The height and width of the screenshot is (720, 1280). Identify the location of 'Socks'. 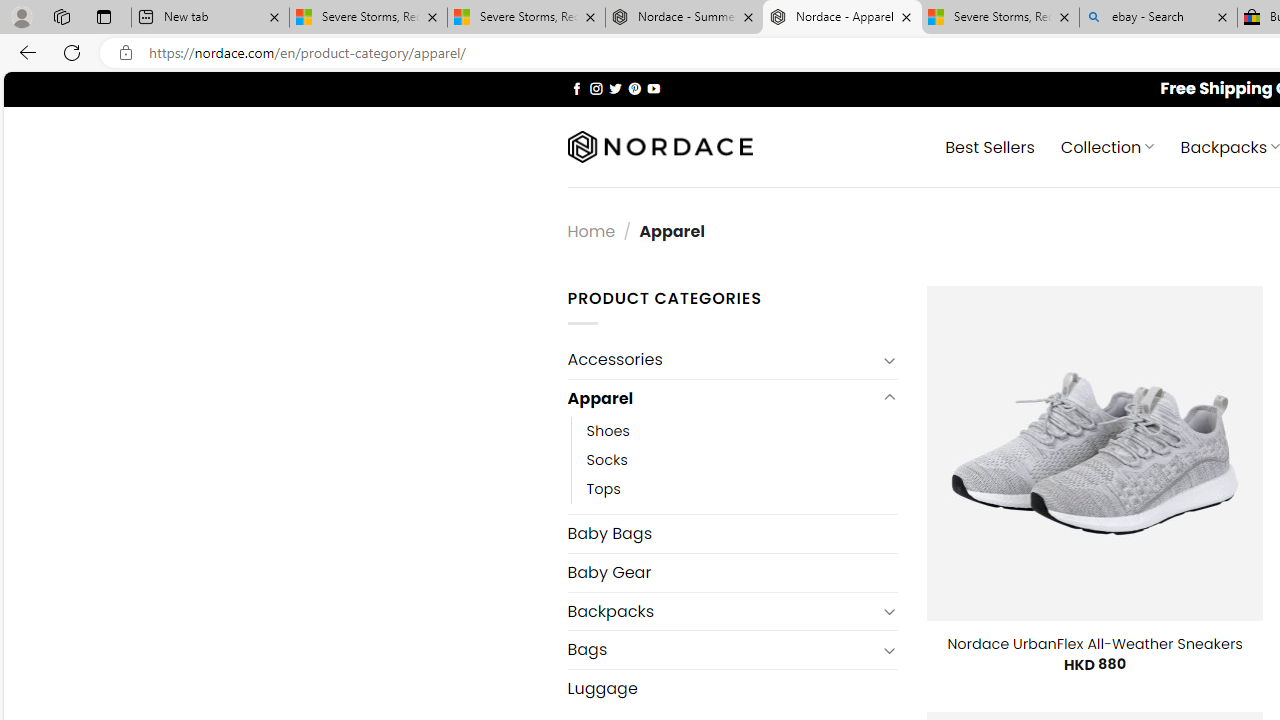
(741, 460).